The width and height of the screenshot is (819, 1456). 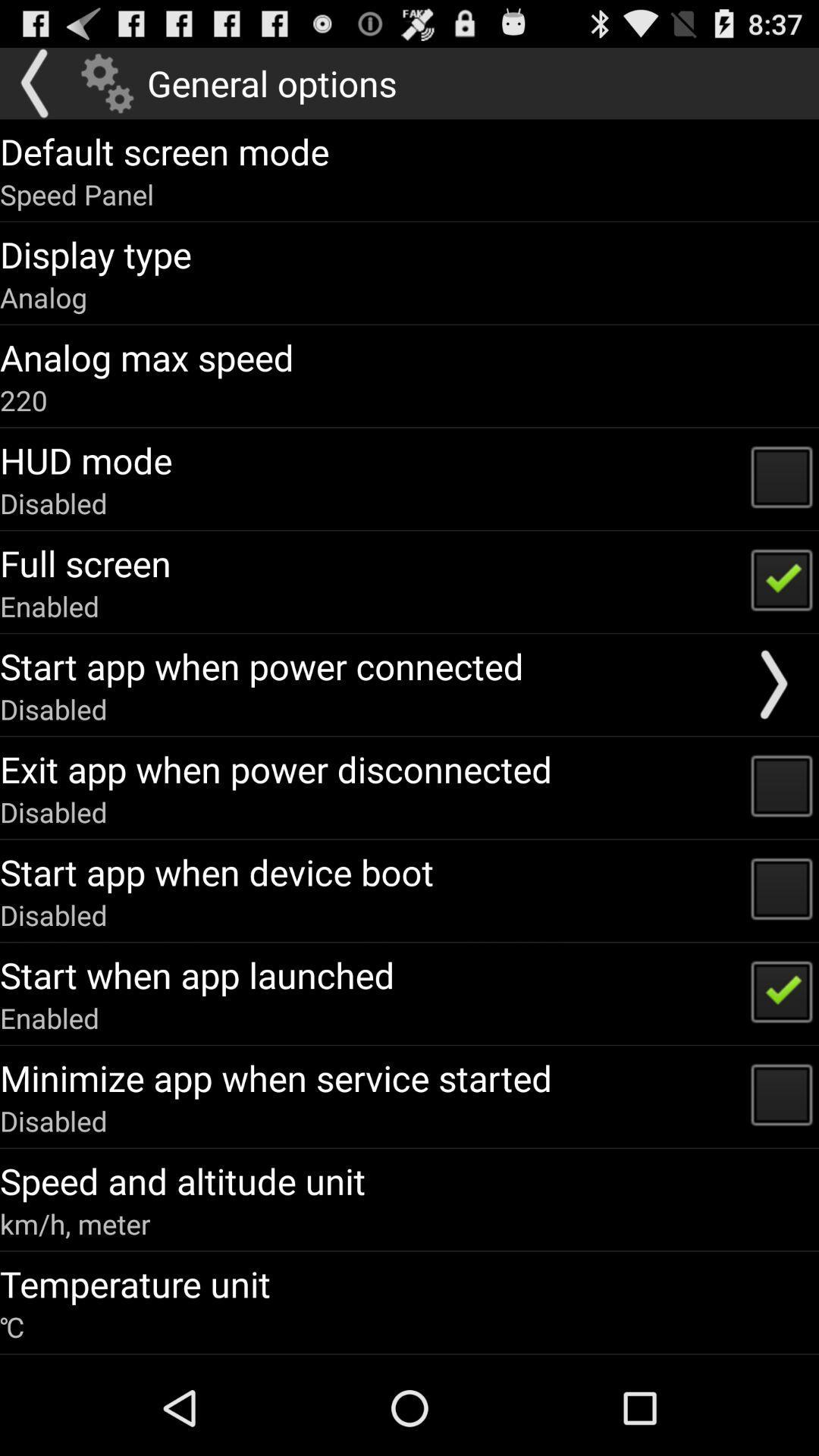 What do you see at coordinates (134, 1283) in the screenshot?
I see `the temperature unit` at bounding box center [134, 1283].